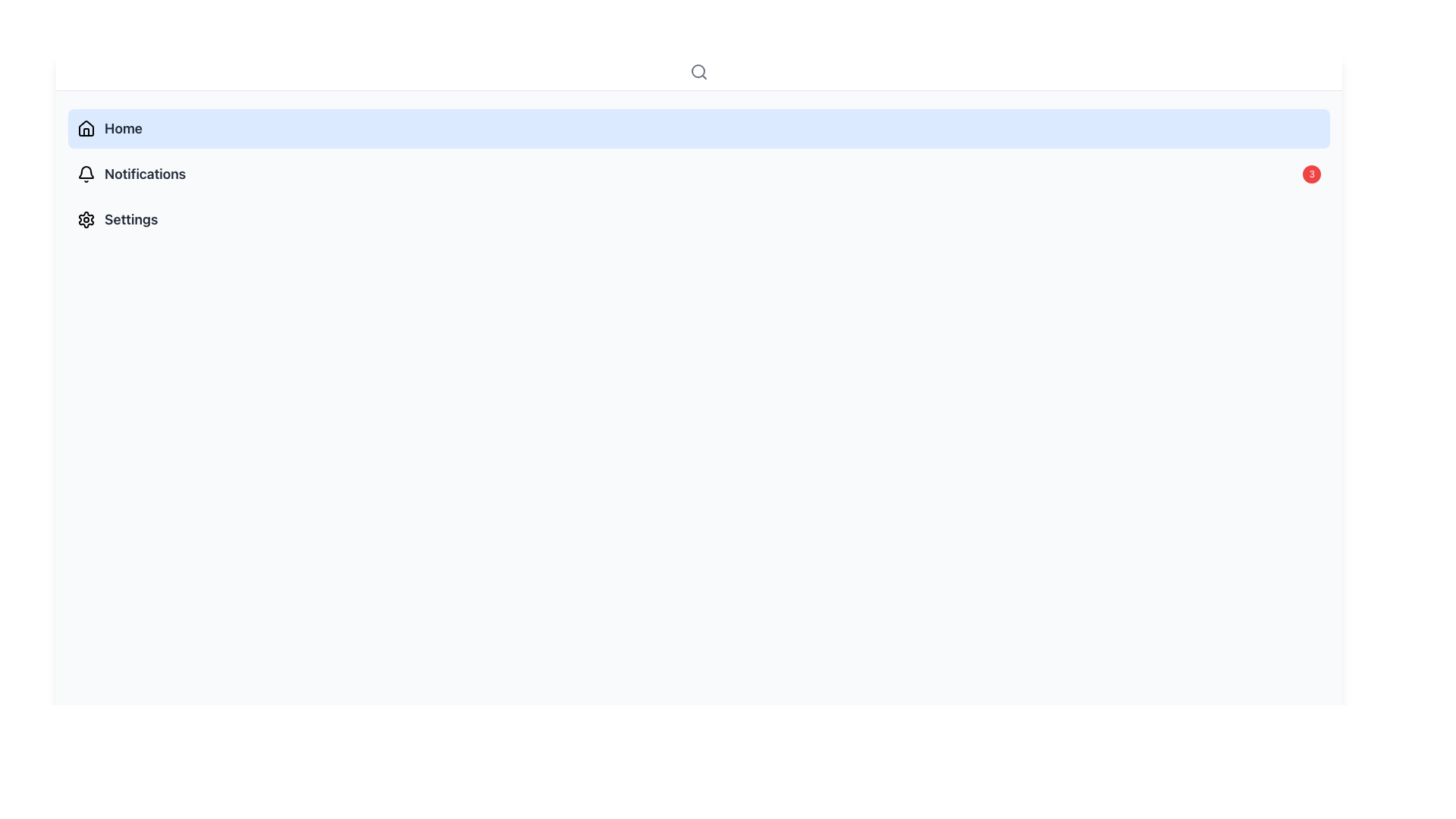 The image size is (1456, 819). I want to click on label 'Home' which is the text for the first navigation item in the vertical menu located to the right of the house-shaped icon, so click(124, 127).